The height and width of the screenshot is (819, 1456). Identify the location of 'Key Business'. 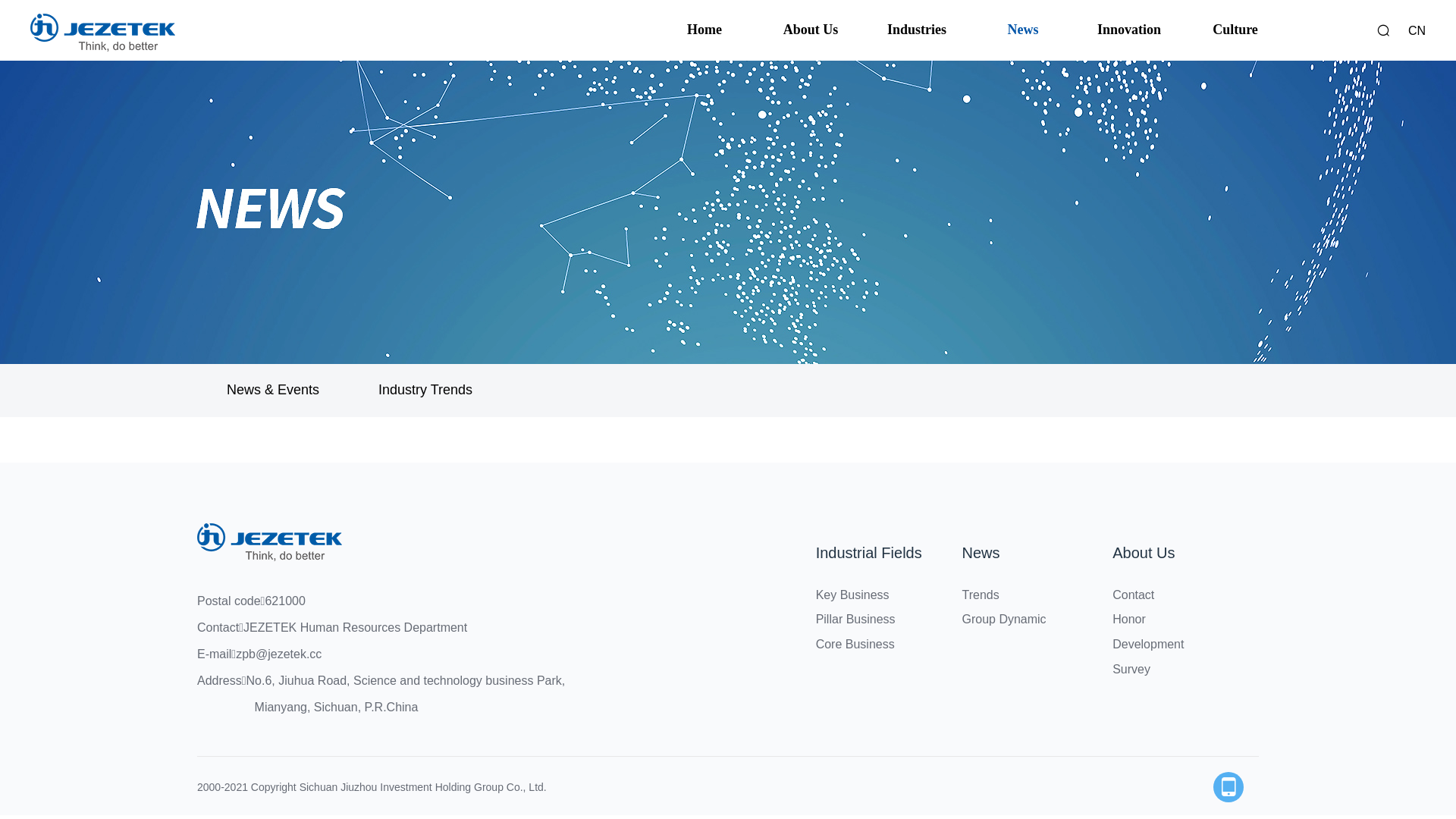
(852, 594).